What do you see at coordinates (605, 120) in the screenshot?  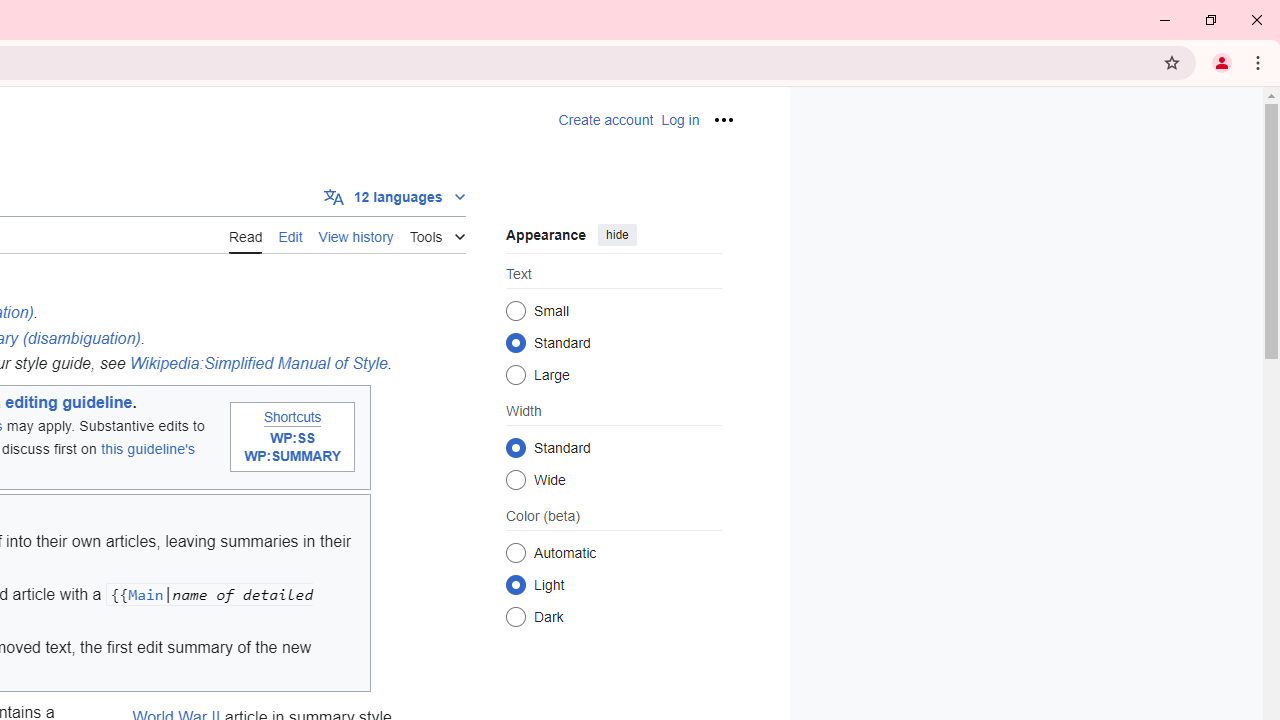 I see `'Create account'` at bounding box center [605, 120].